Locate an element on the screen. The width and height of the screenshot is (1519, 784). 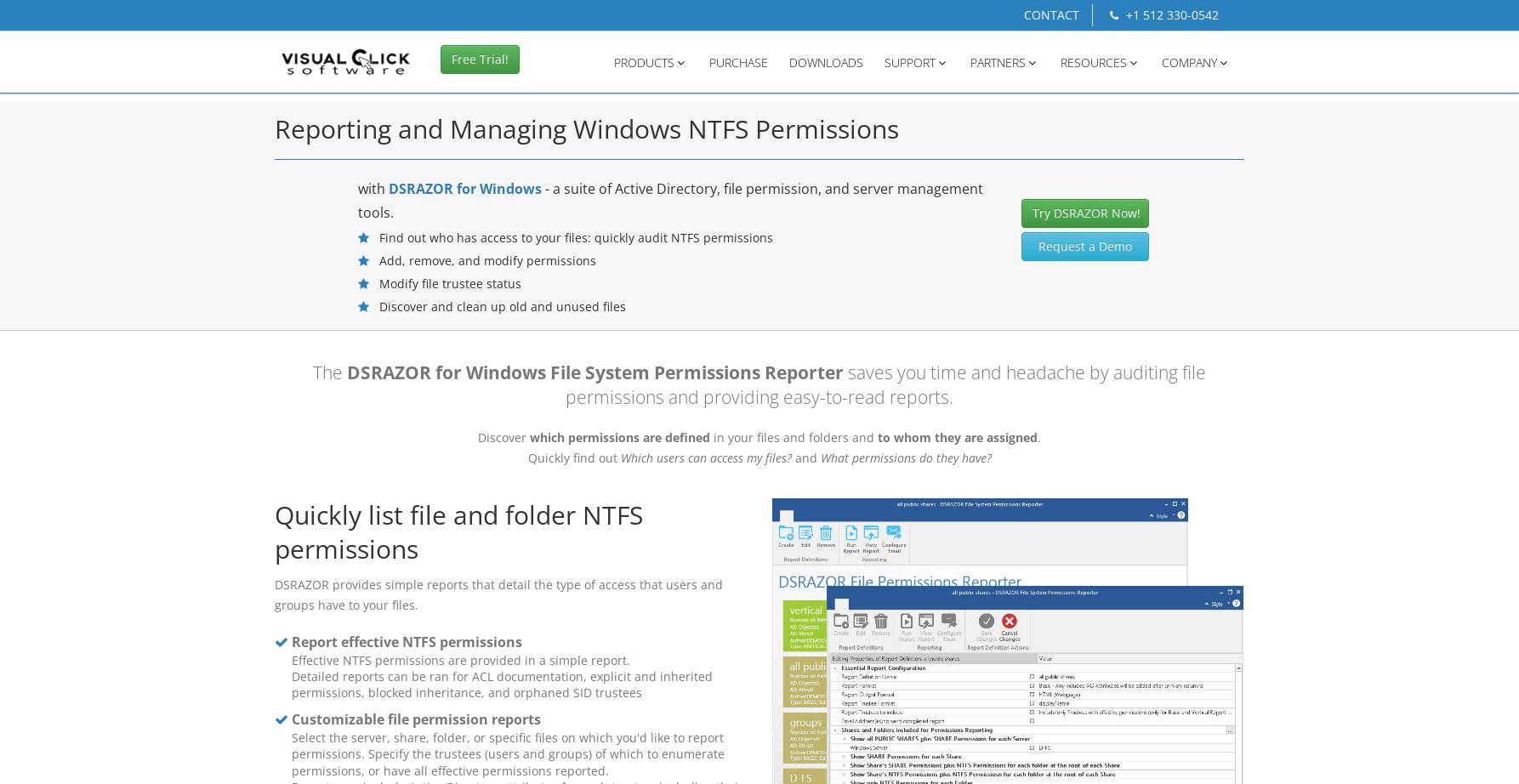
'PARTNERS' is located at coordinates (970, 67).